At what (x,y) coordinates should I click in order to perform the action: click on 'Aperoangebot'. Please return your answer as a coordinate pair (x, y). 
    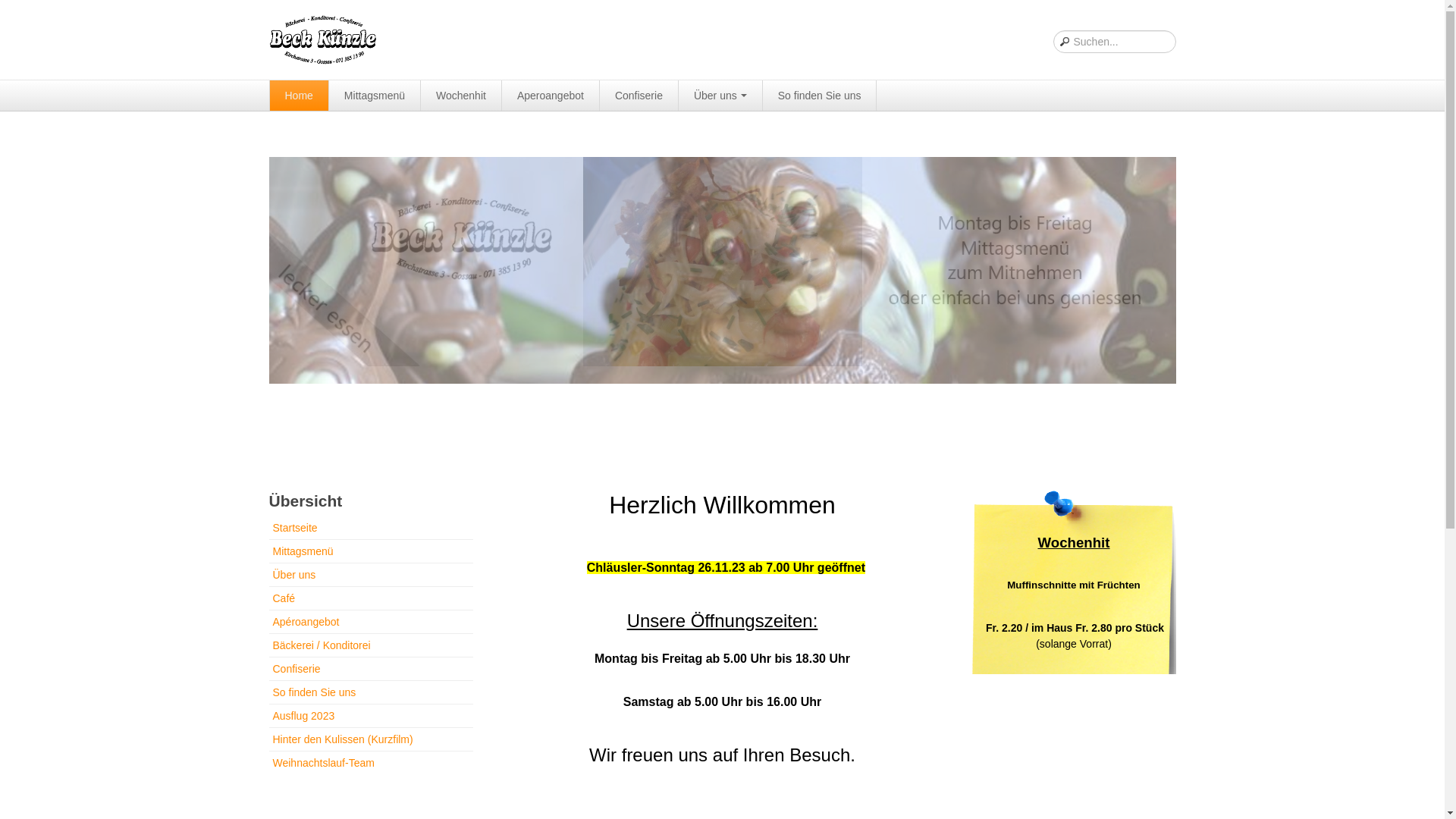
    Looking at the image, I should click on (502, 96).